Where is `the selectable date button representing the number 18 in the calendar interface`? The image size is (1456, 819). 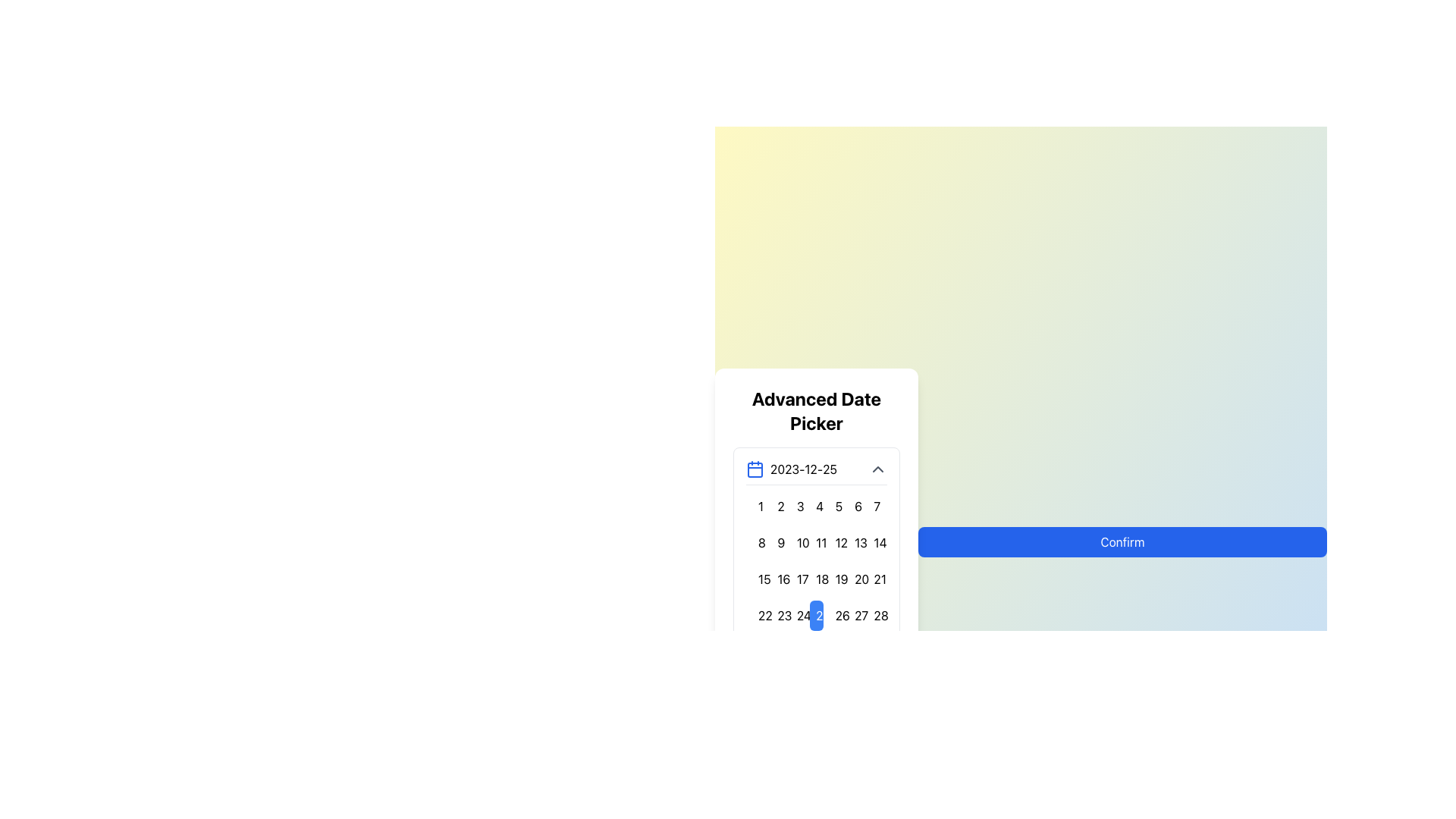 the selectable date button representing the number 18 in the calendar interface is located at coordinates (815, 579).